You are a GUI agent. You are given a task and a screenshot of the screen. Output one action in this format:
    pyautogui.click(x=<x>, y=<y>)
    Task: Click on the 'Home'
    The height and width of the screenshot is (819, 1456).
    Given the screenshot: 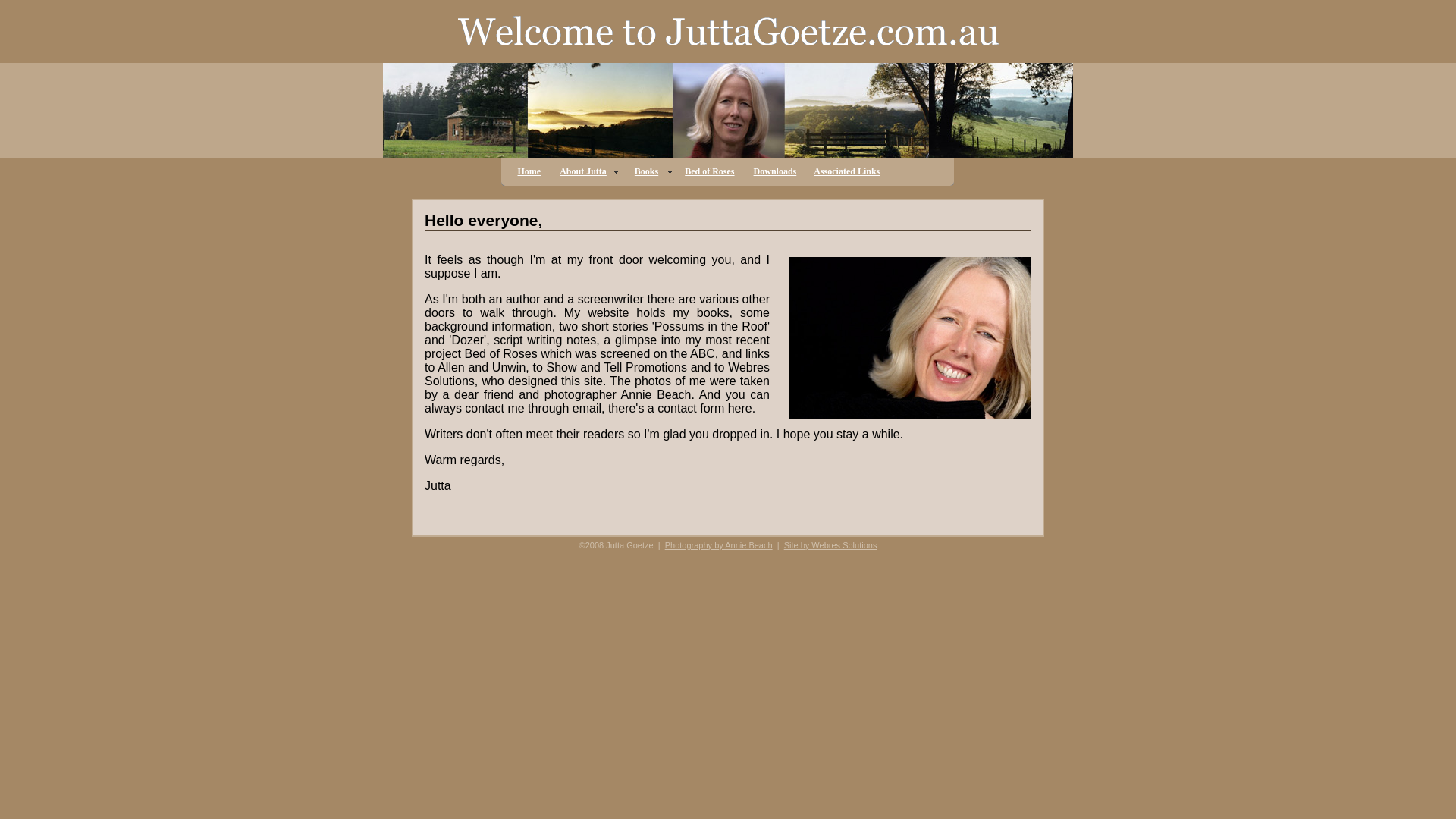 What is the action you would take?
    pyautogui.click(x=531, y=171)
    